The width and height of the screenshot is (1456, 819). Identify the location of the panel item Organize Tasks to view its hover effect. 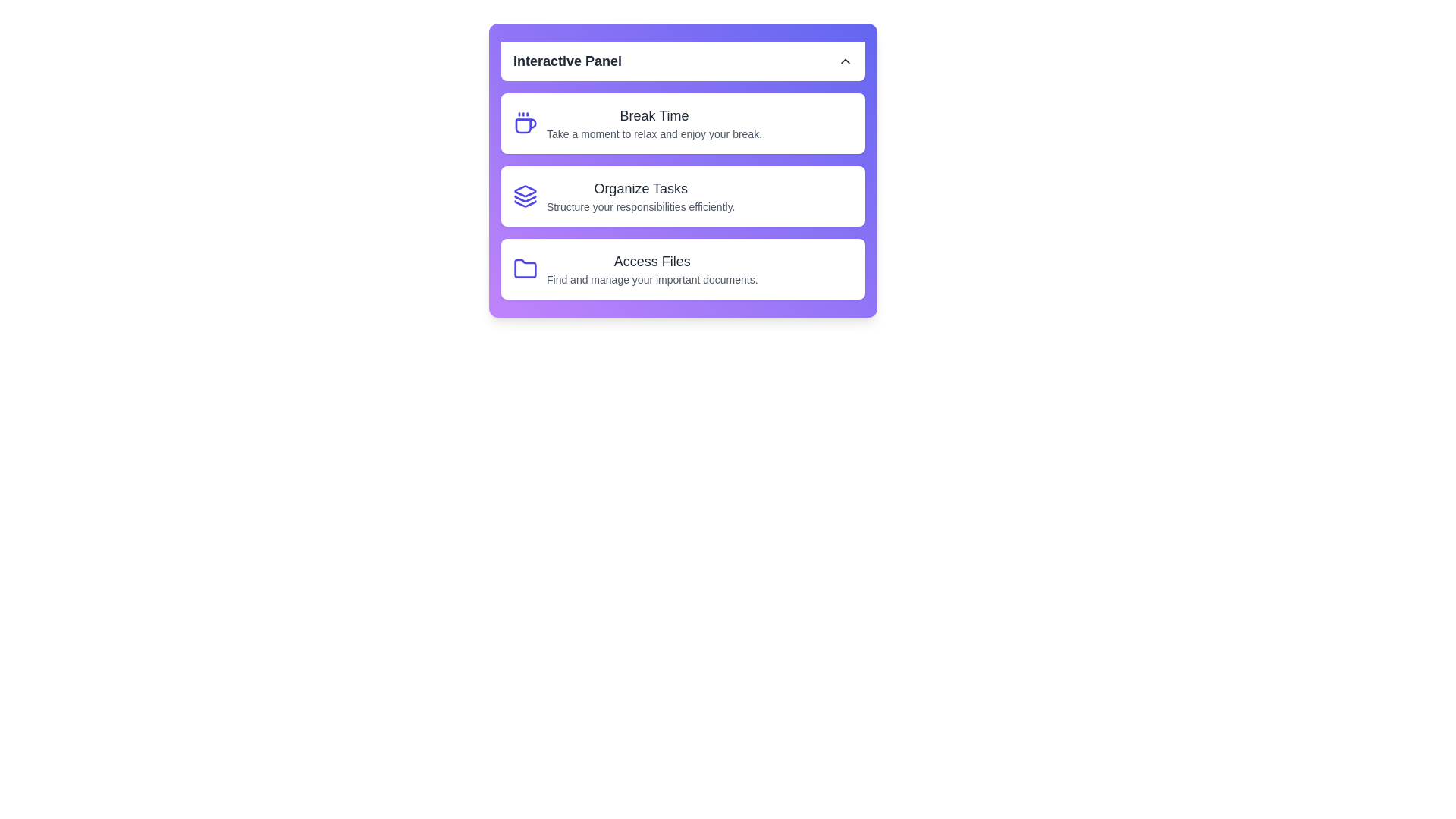
(682, 195).